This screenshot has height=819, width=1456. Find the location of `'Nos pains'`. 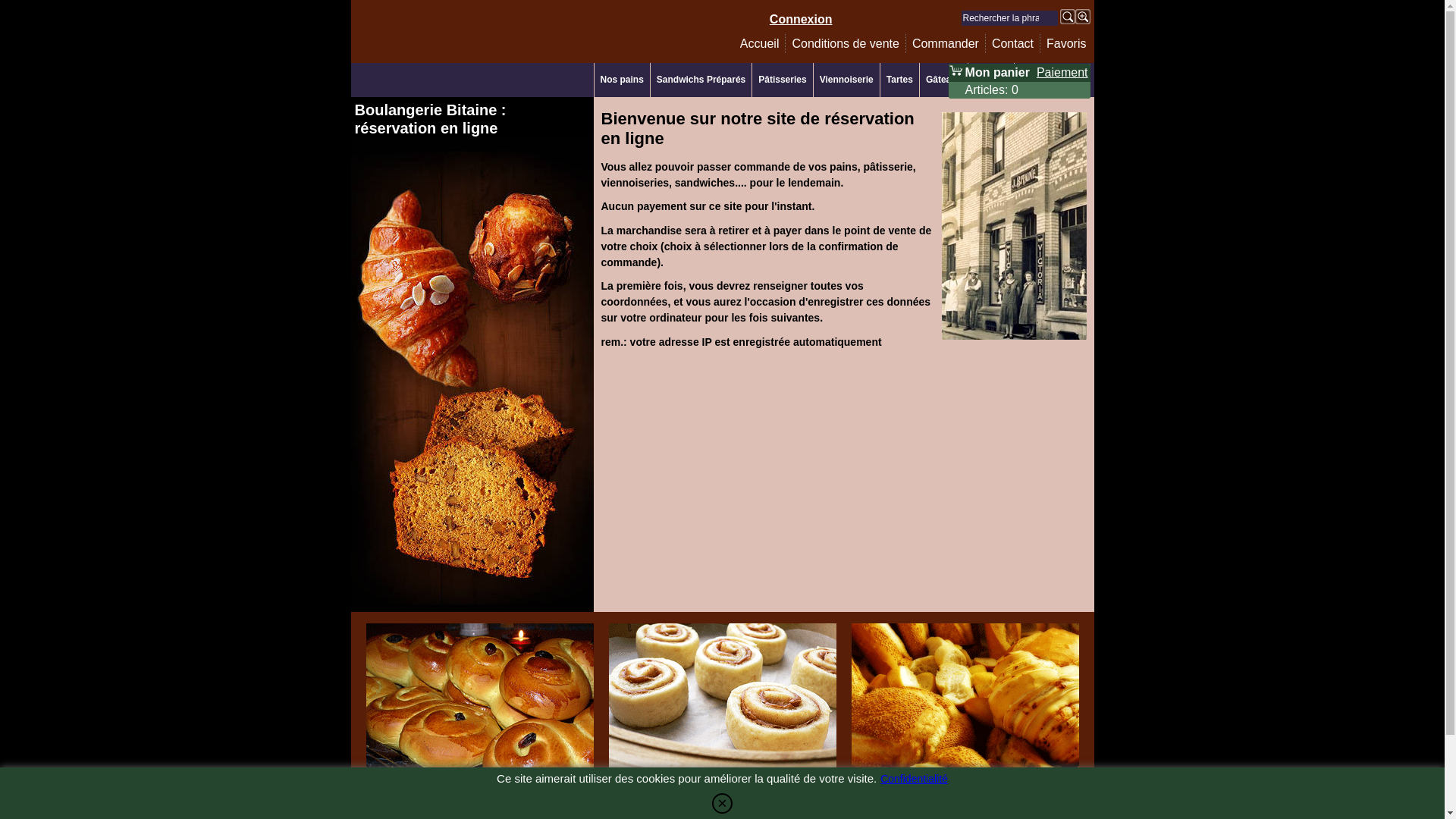

'Nos pains' is located at coordinates (622, 79).